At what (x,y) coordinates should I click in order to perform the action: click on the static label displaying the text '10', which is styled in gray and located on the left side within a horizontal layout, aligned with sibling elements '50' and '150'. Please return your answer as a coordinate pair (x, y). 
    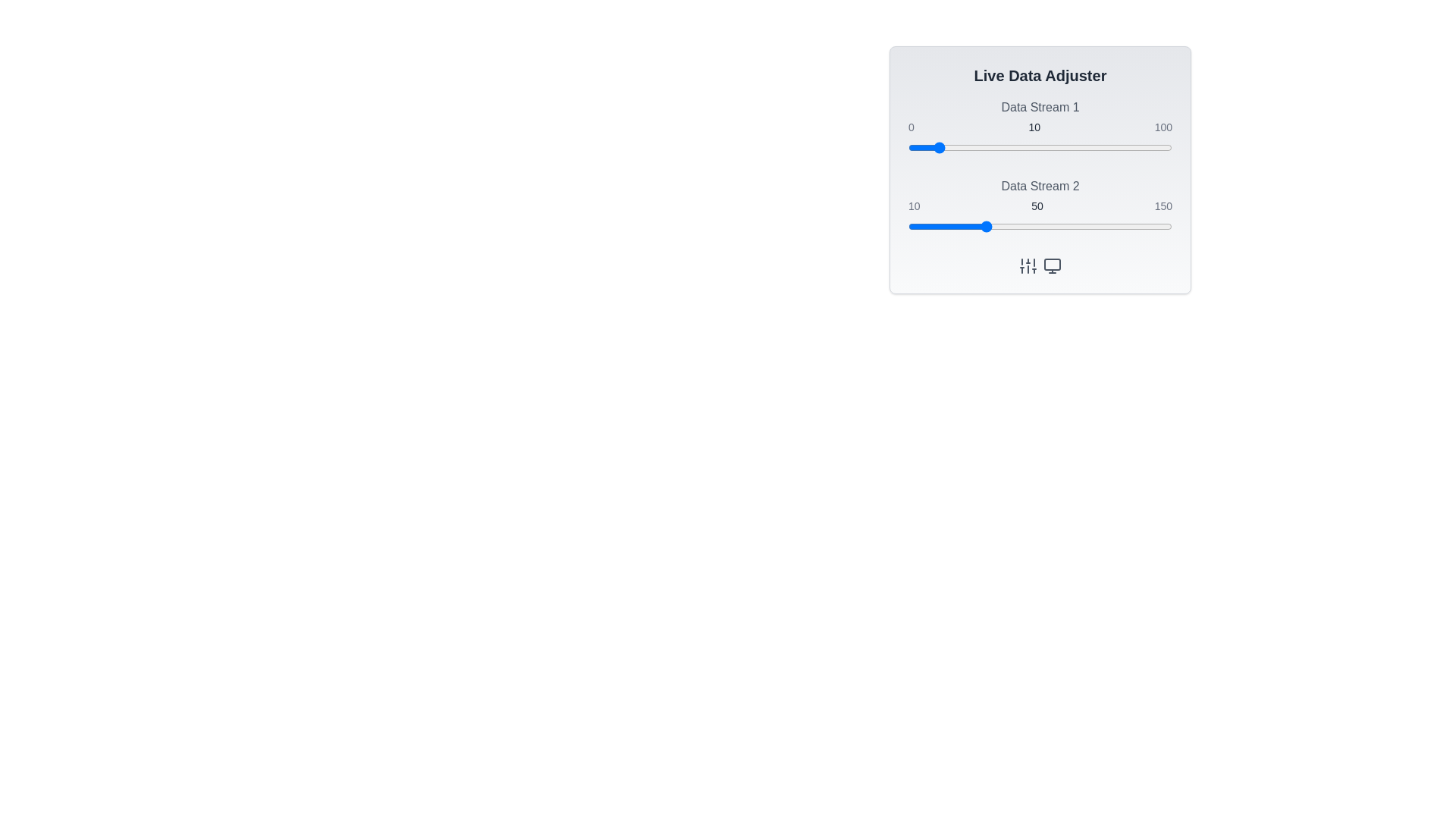
    Looking at the image, I should click on (913, 206).